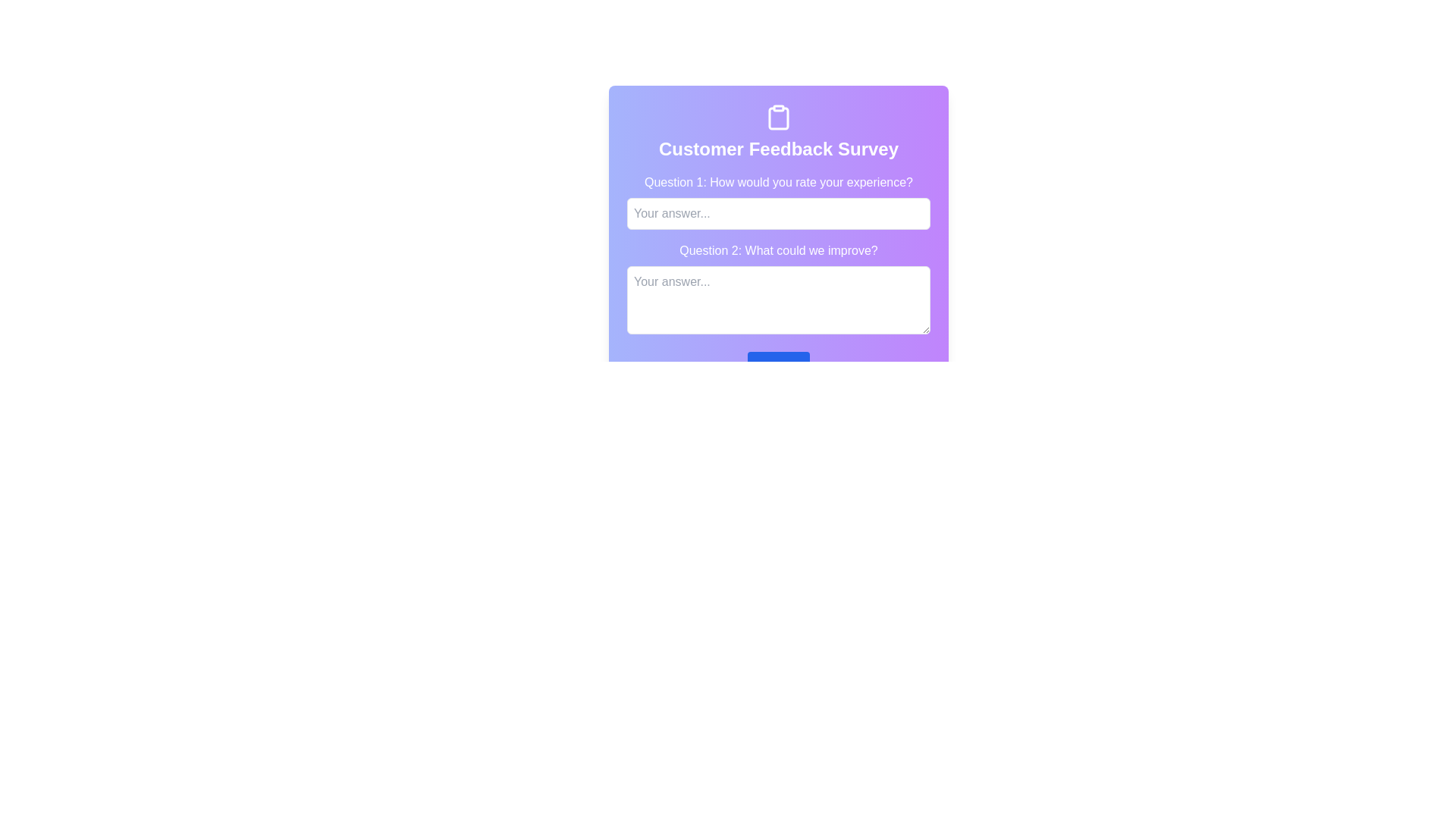 This screenshot has height=819, width=1456. What do you see at coordinates (779, 118) in the screenshot?
I see `the clipboard icon, which is light purple and located above the 'Customer Feedback Survey' heading` at bounding box center [779, 118].